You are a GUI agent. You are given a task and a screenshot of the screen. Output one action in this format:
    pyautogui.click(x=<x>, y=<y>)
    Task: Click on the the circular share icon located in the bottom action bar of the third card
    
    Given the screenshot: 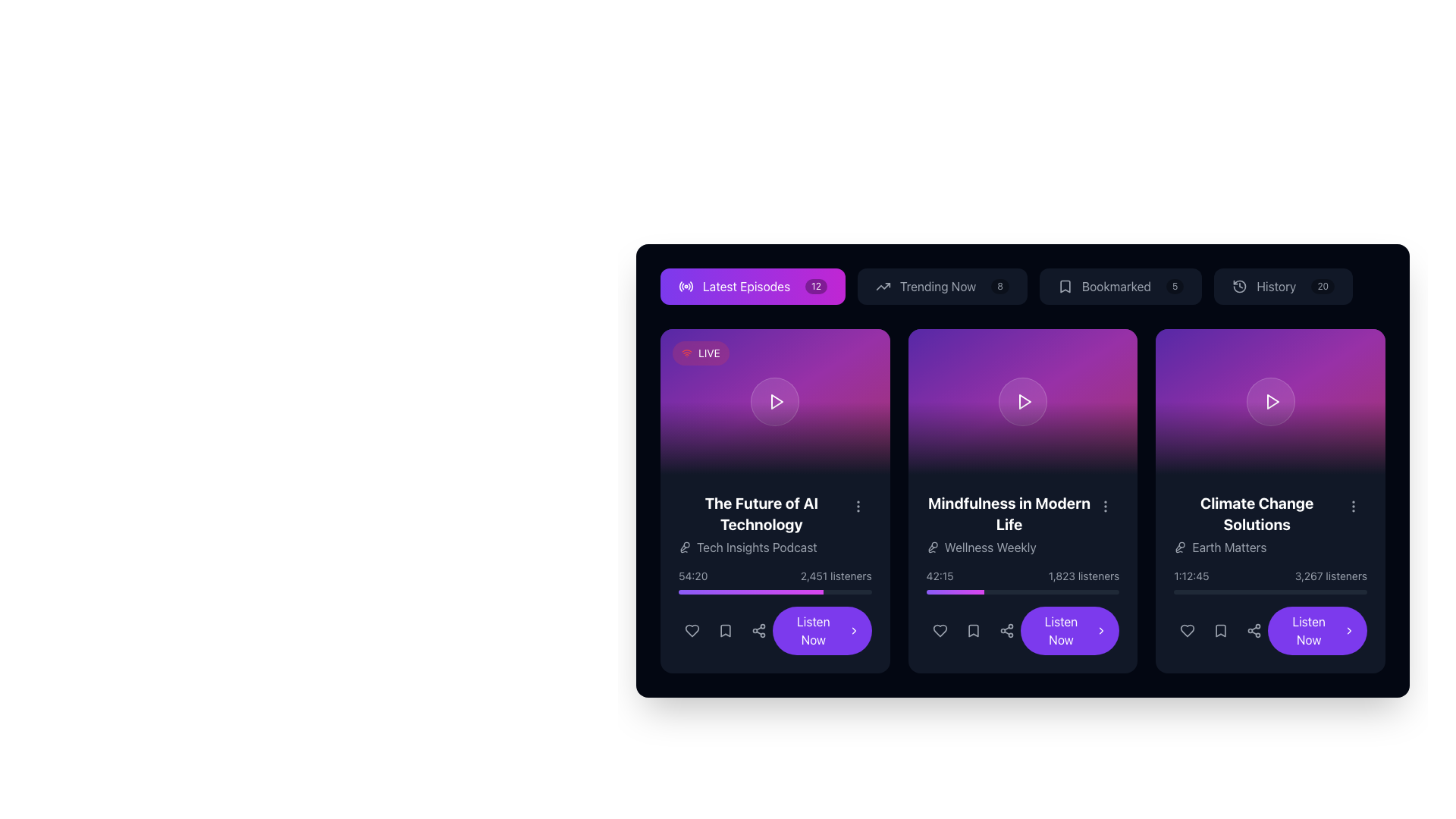 What is the action you would take?
    pyautogui.click(x=1254, y=631)
    